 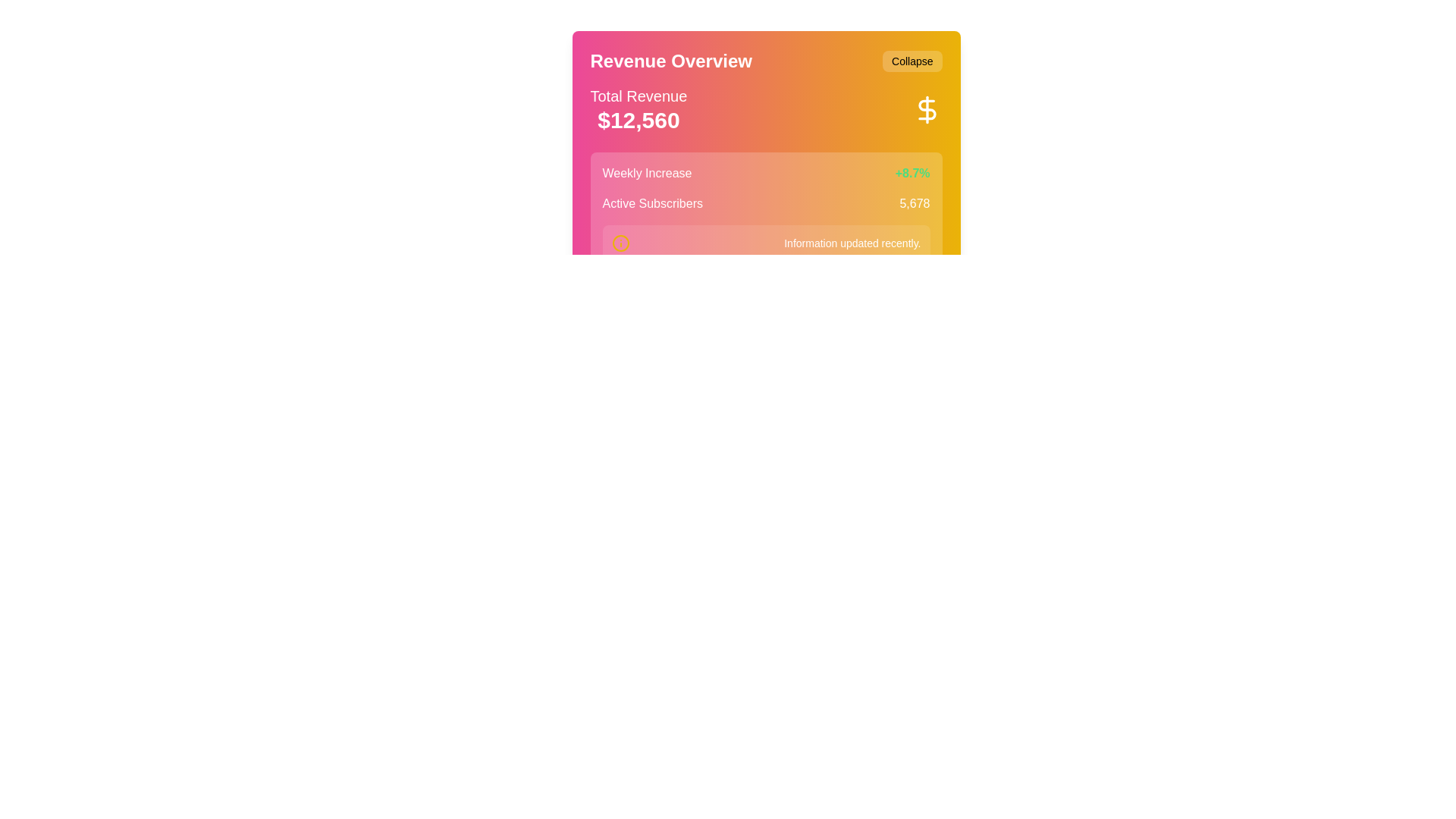 I want to click on the 'Total Revenue' text label displayed in white font within the 'Revenue Overview' card, which is positioned at the top left corner of the card, so click(x=639, y=96).